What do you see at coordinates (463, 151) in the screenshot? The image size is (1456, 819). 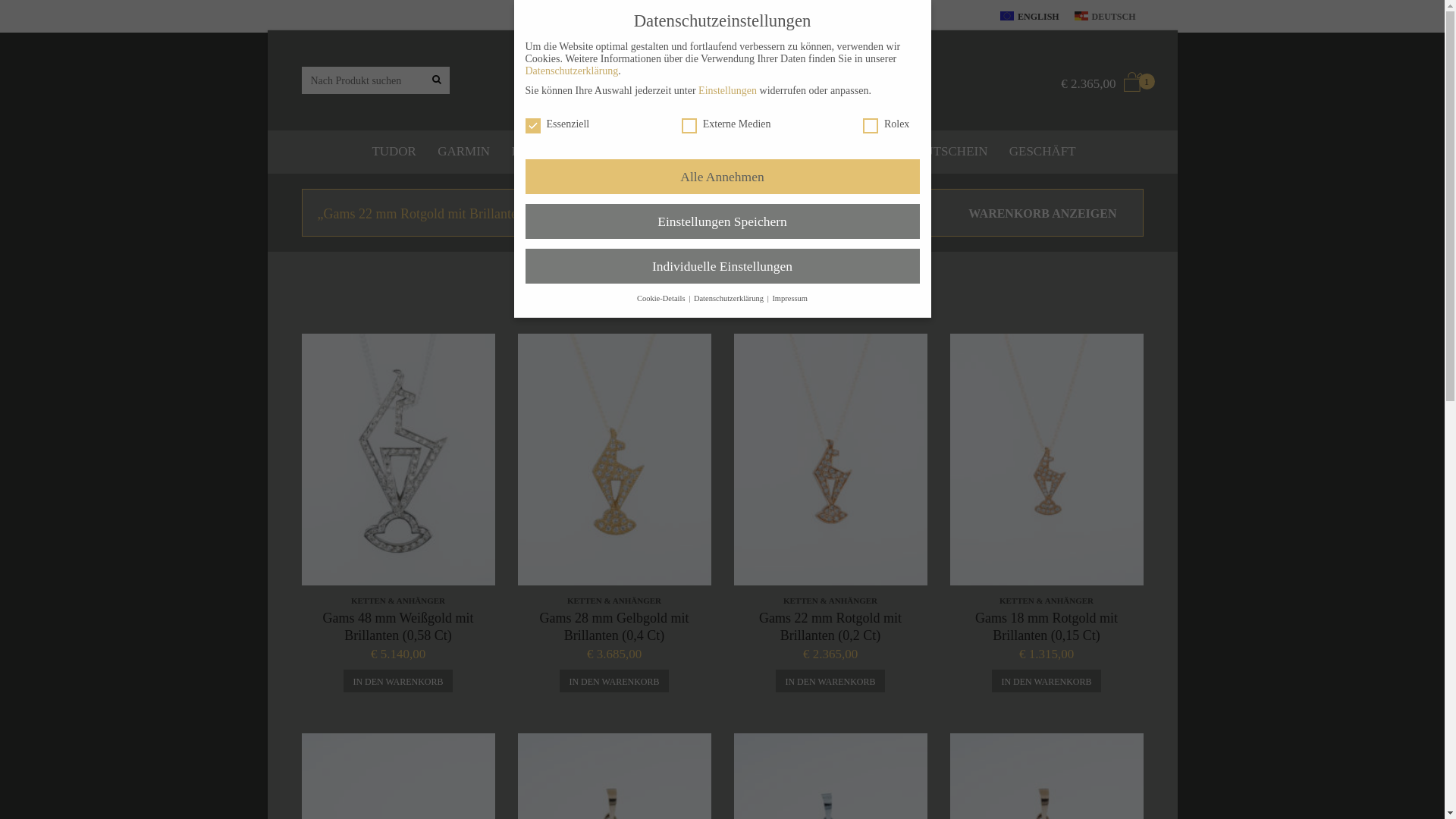 I see `'GARMIN'` at bounding box center [463, 151].